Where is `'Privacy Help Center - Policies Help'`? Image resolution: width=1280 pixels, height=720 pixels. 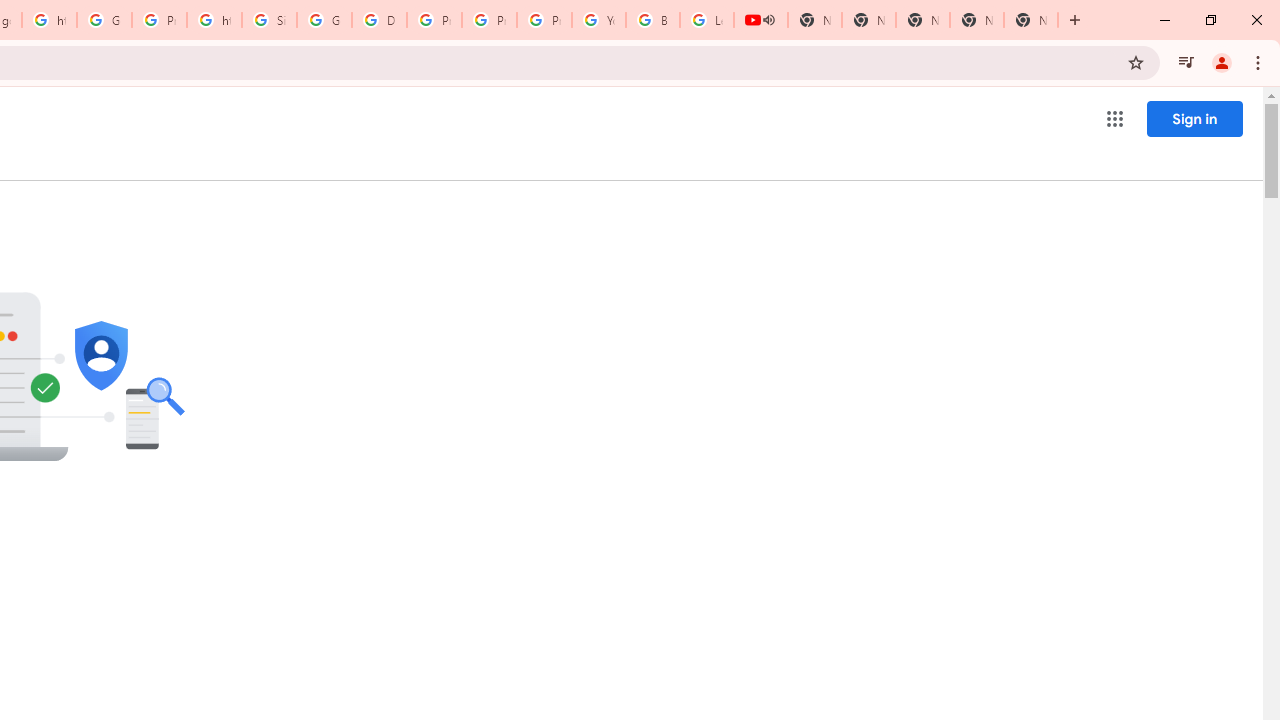
'Privacy Help Center - Policies Help' is located at coordinates (433, 20).